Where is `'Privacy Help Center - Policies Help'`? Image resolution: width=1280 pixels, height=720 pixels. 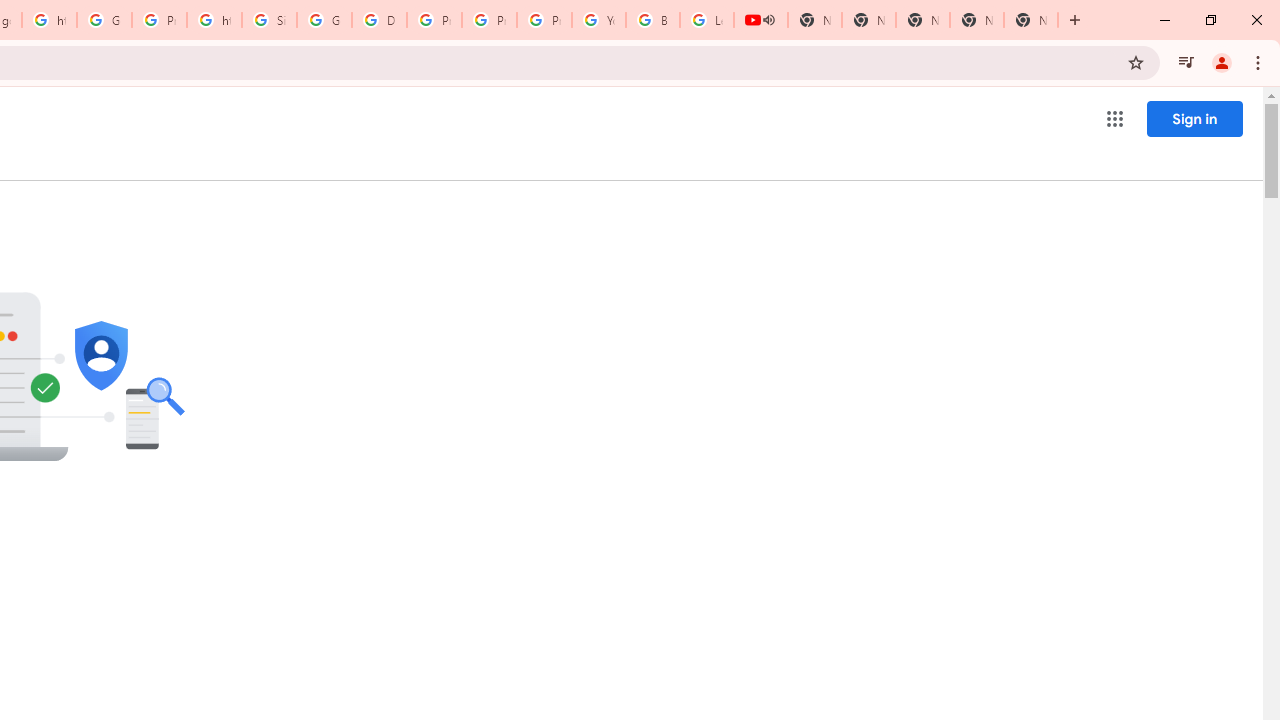
'Privacy Help Center - Policies Help' is located at coordinates (433, 20).